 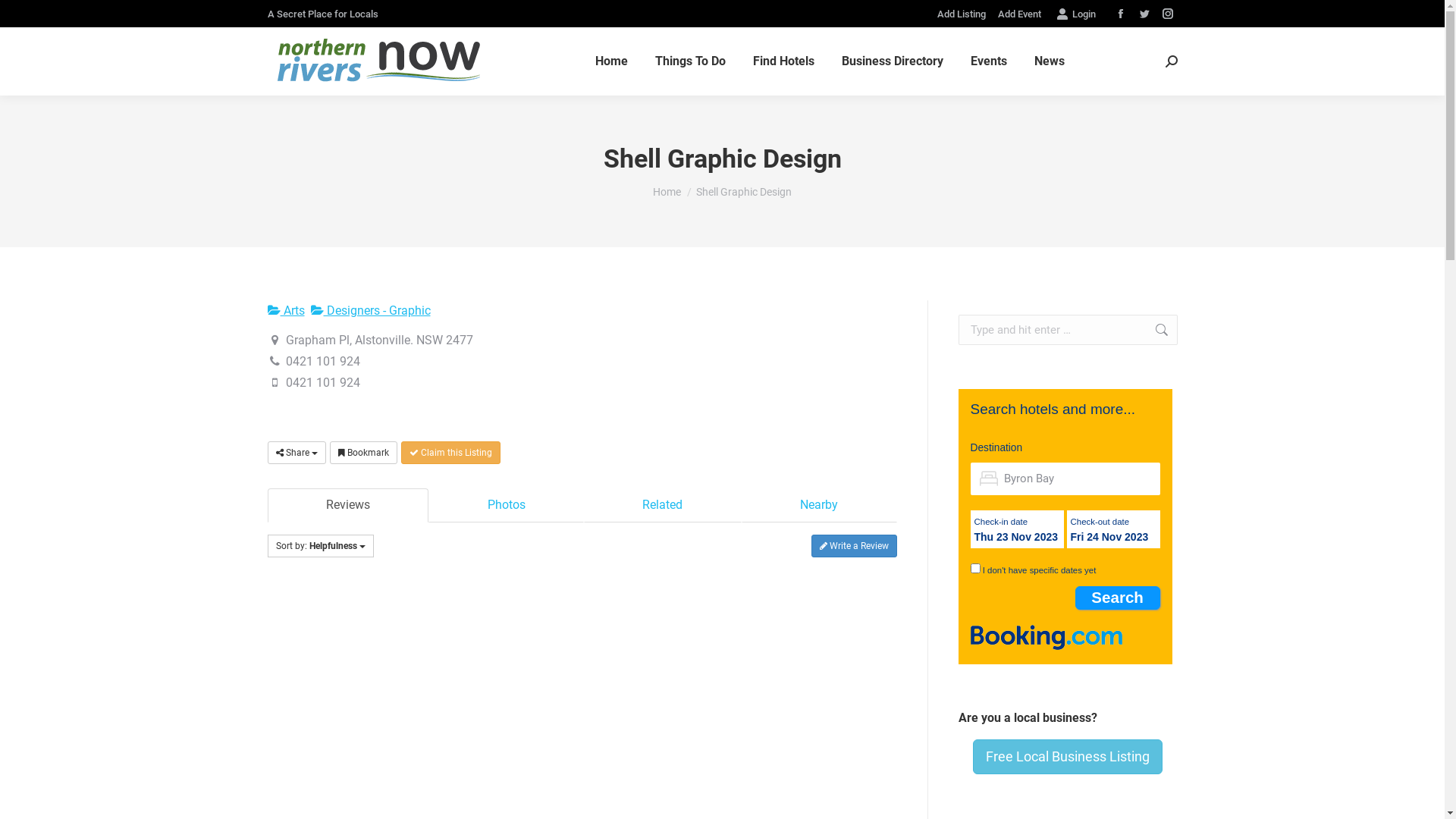 I want to click on 'Arts', so click(x=285, y=309).